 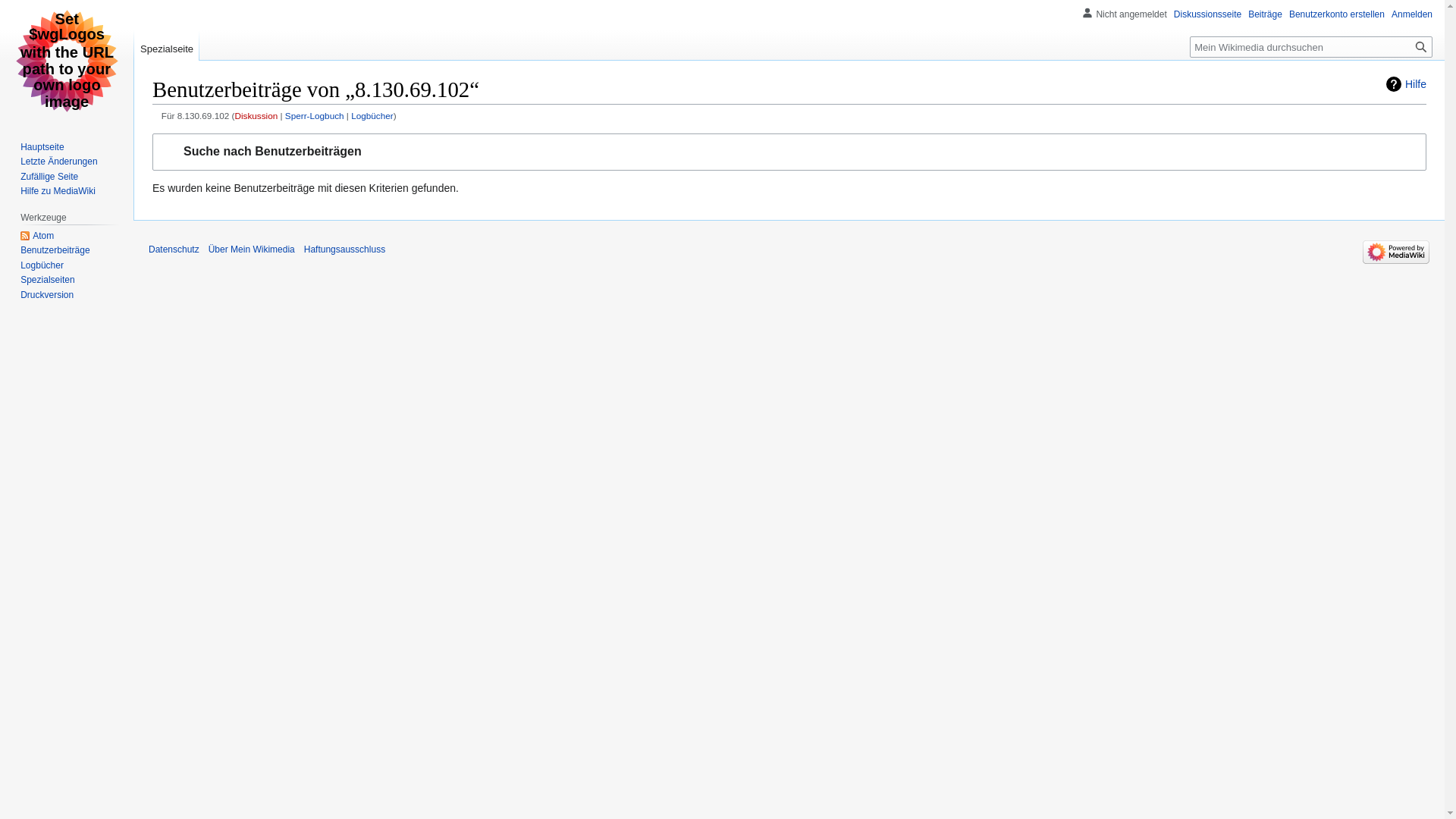 I want to click on 'Haftungsausschluss', so click(x=344, y=248).